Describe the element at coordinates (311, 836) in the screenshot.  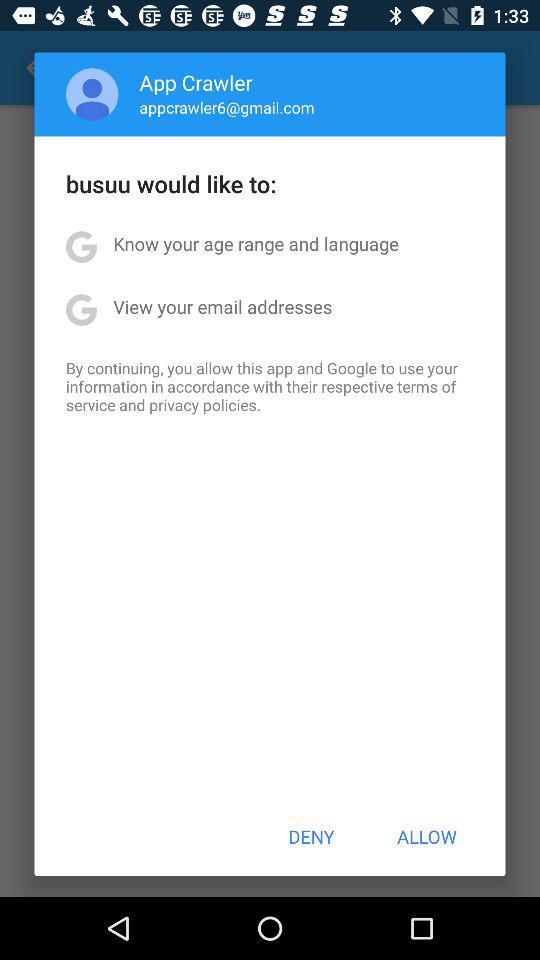
I see `icon below the by continuing you icon` at that location.